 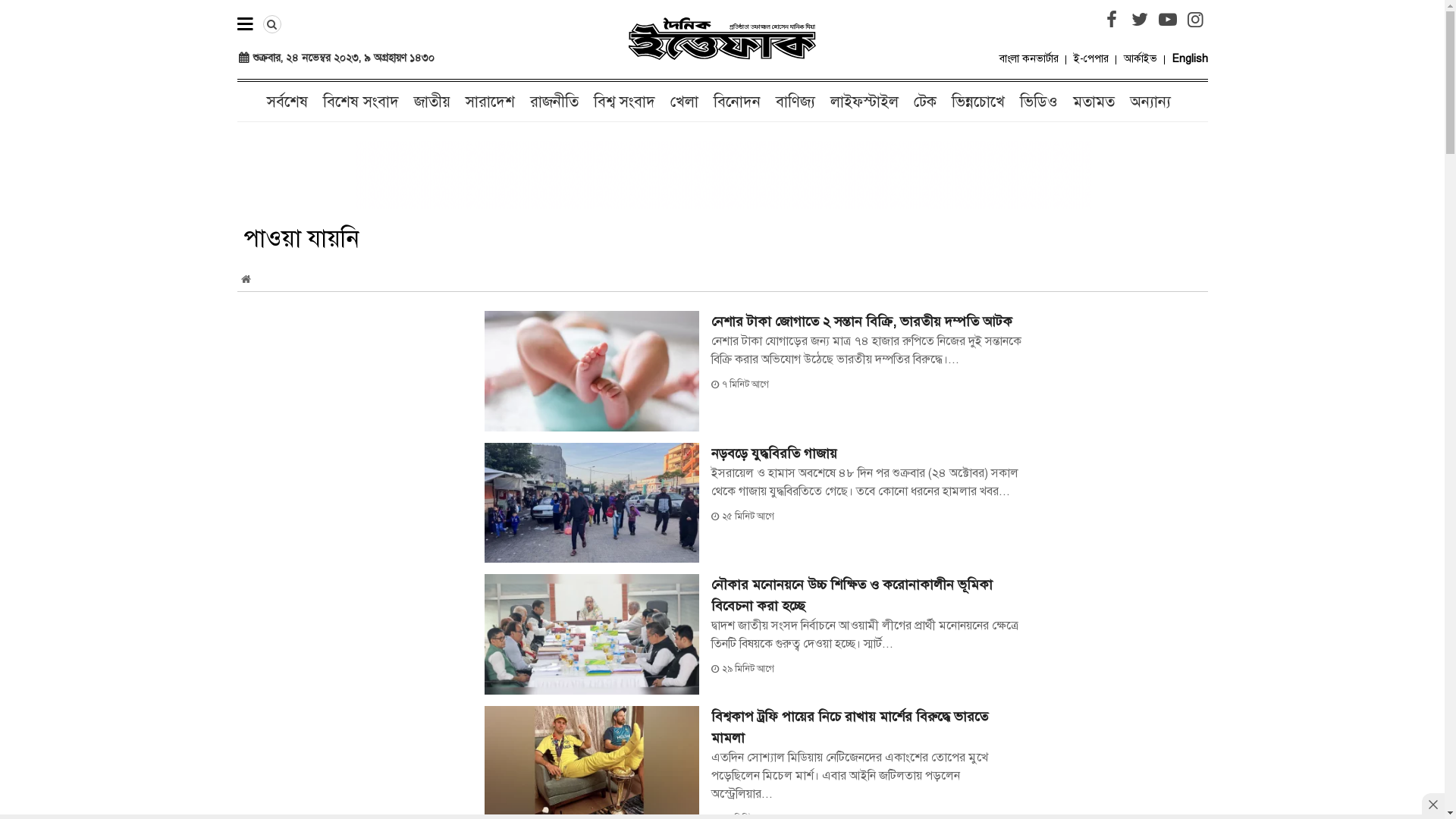 I want to click on 'Twitter', so click(x=1139, y=20).